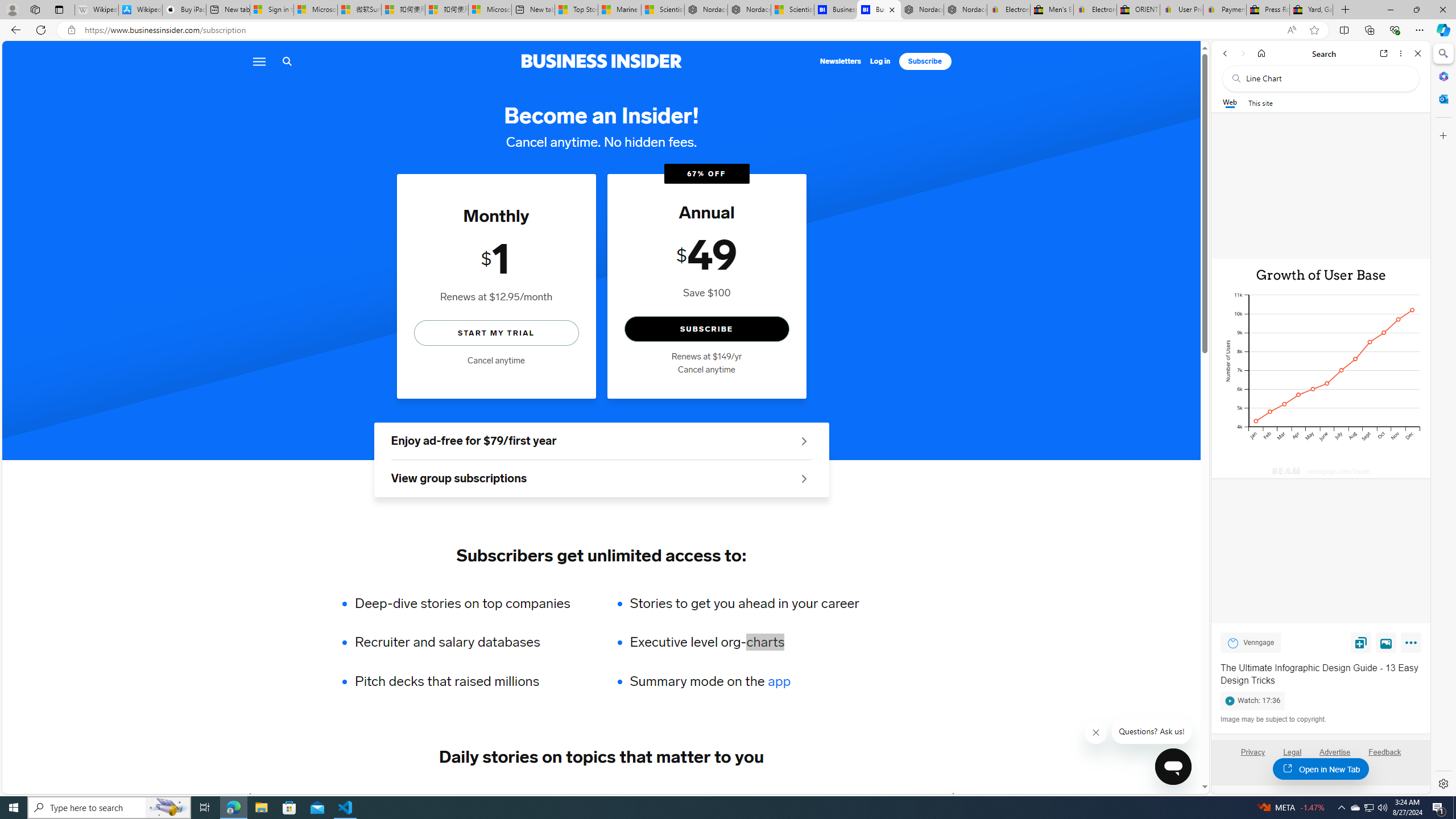  I want to click on 'Recruiter and salary databases', so click(470, 642).